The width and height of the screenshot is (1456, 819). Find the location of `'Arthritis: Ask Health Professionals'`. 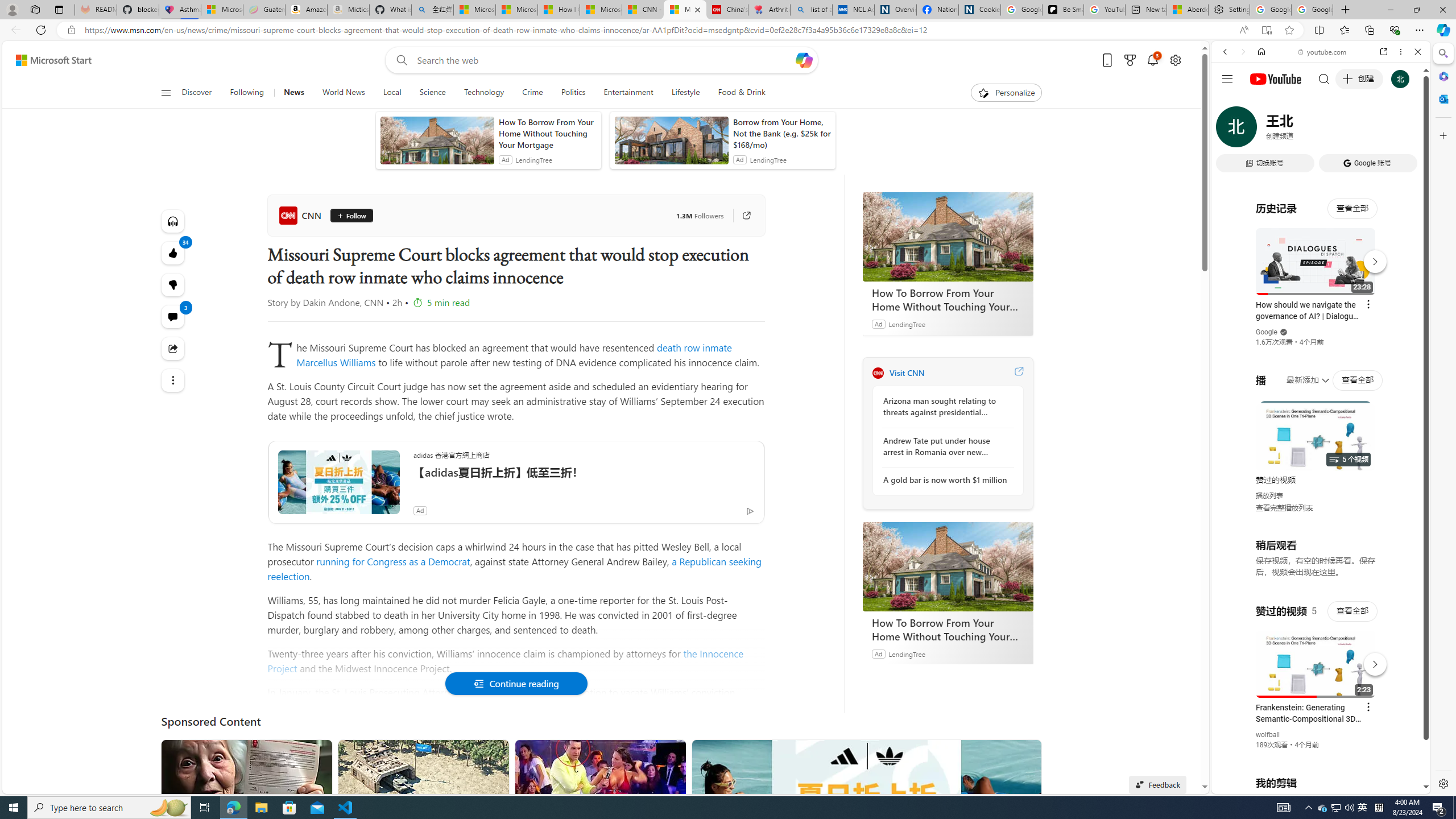

'Arthritis: Ask Health Professionals' is located at coordinates (769, 9).